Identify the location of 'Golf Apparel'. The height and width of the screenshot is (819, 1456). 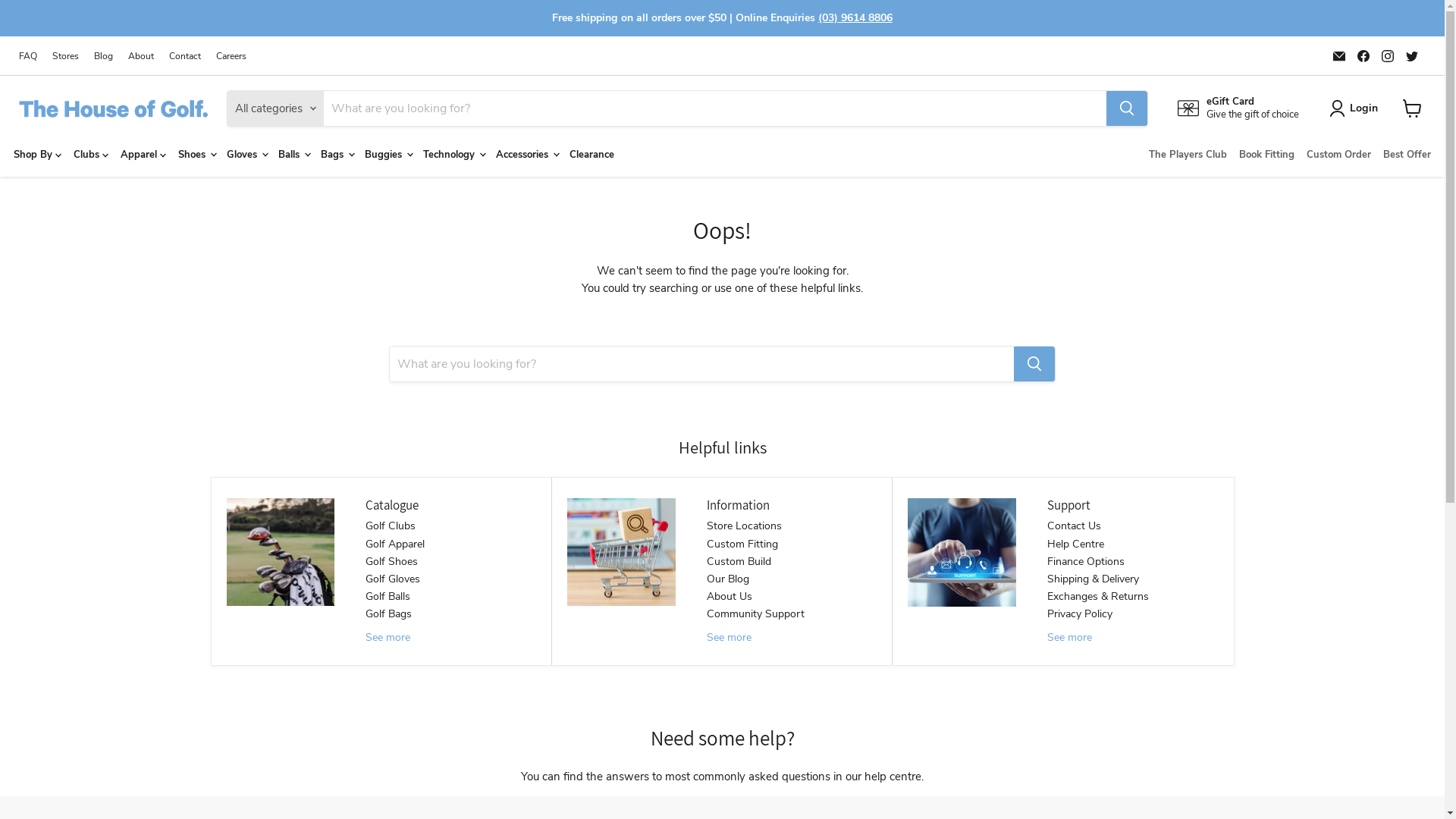
(395, 543).